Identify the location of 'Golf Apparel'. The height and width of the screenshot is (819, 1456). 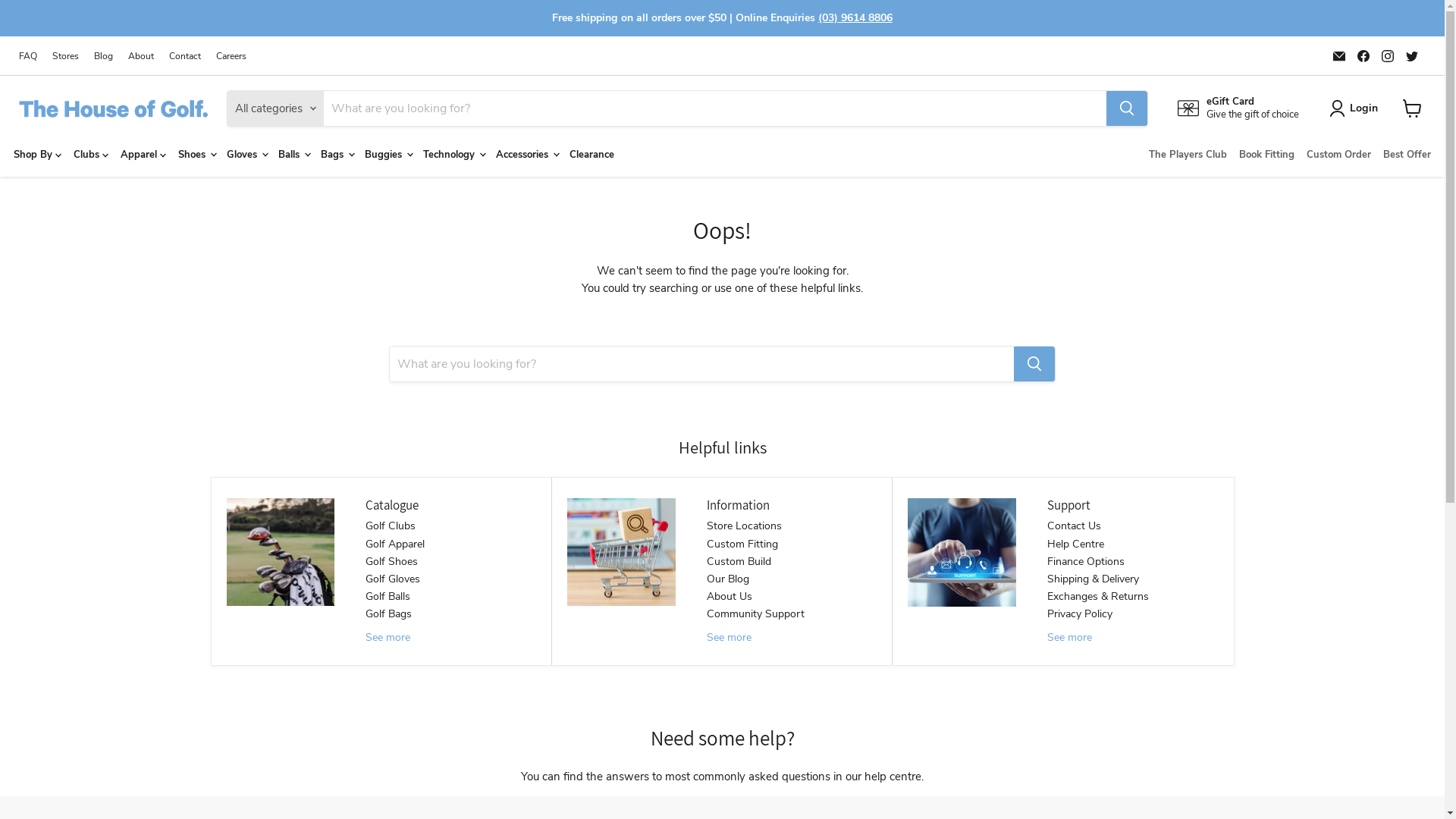
(395, 543).